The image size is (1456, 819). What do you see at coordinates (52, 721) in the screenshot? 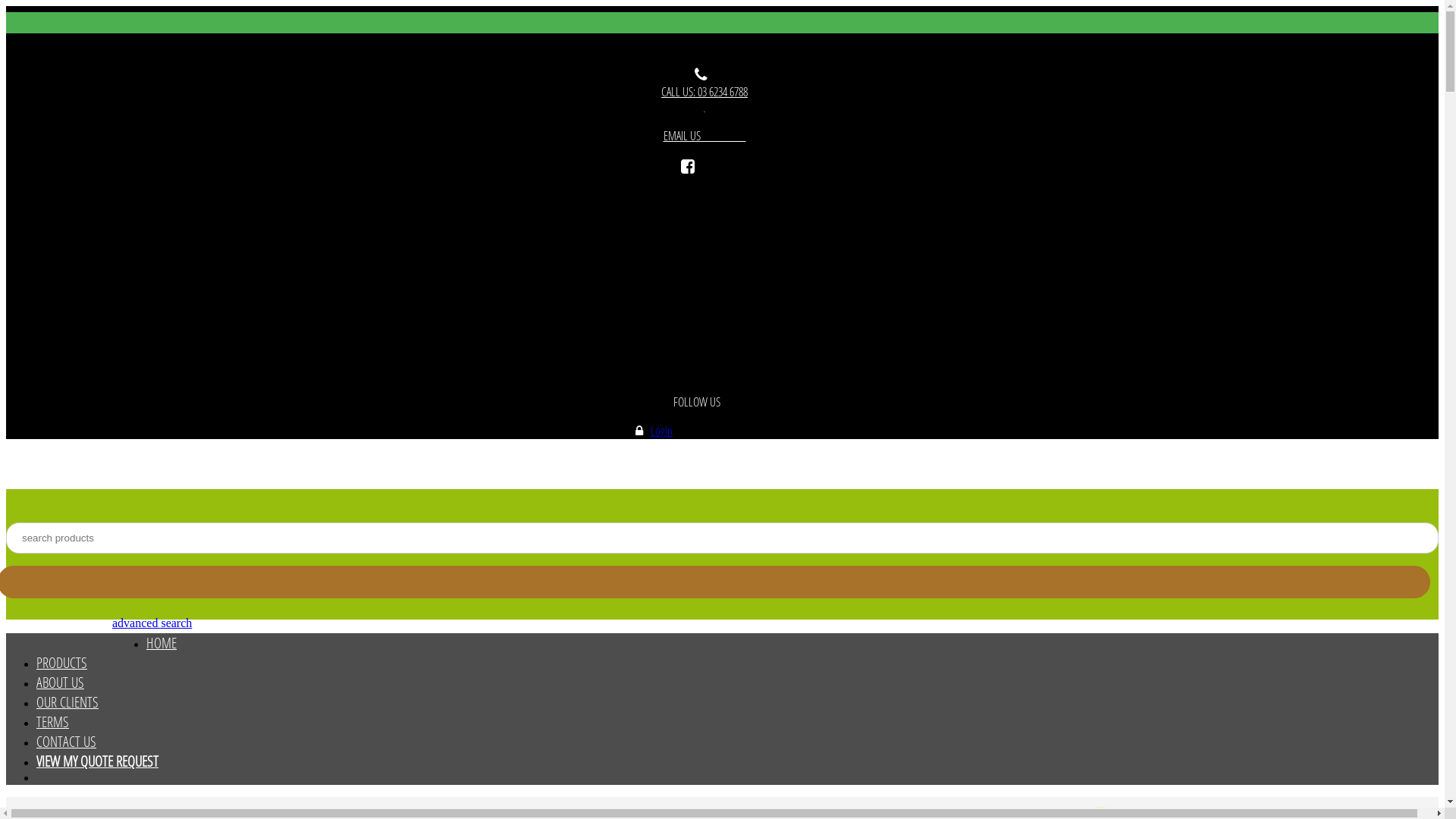
I see `'TERMS'` at bounding box center [52, 721].